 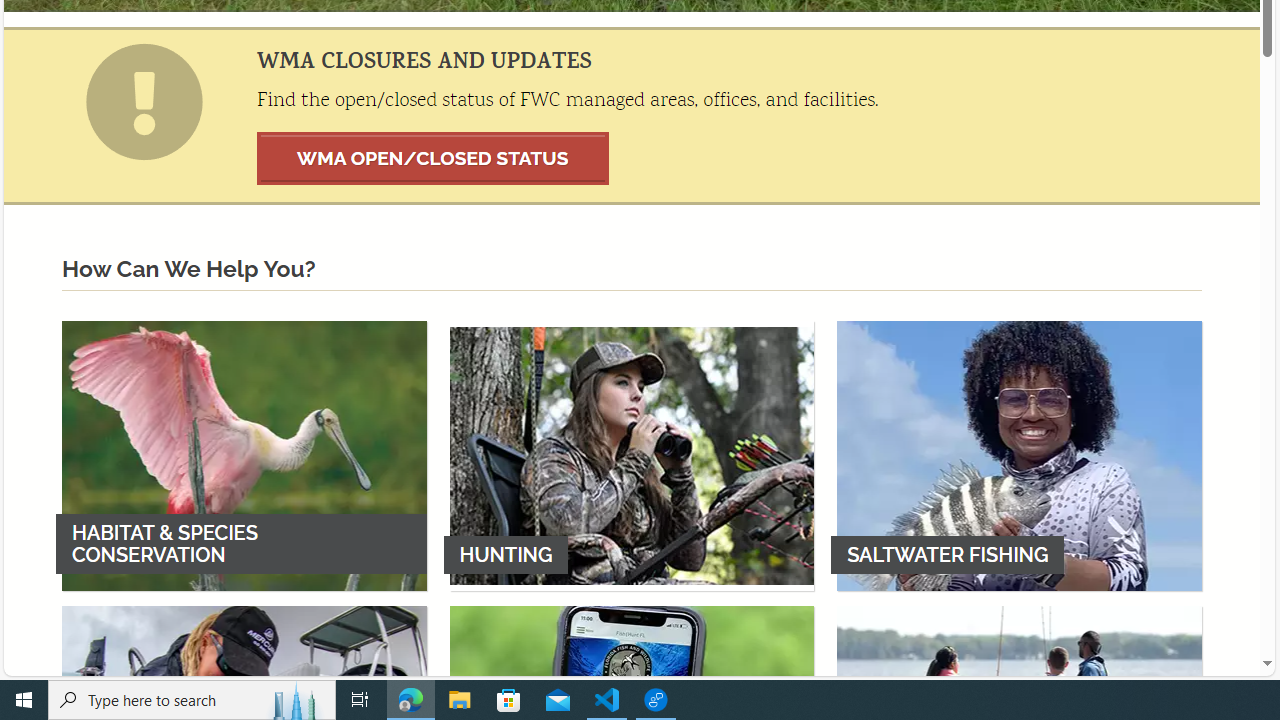 I want to click on 'SALTWATER FISHING', so click(x=1019, y=455).